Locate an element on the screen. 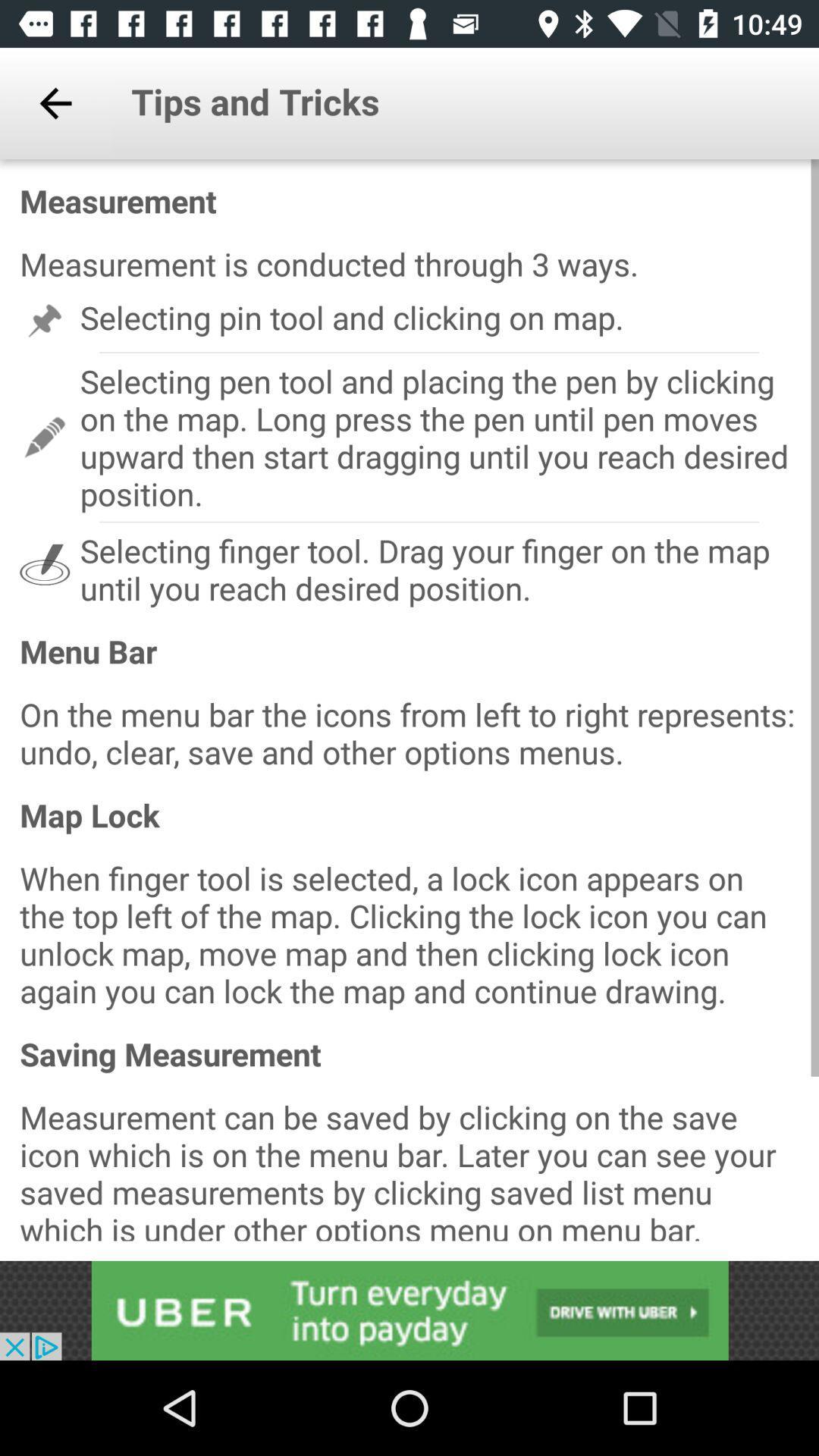 The height and width of the screenshot is (1456, 819). the advertisement is located at coordinates (409, 1310).